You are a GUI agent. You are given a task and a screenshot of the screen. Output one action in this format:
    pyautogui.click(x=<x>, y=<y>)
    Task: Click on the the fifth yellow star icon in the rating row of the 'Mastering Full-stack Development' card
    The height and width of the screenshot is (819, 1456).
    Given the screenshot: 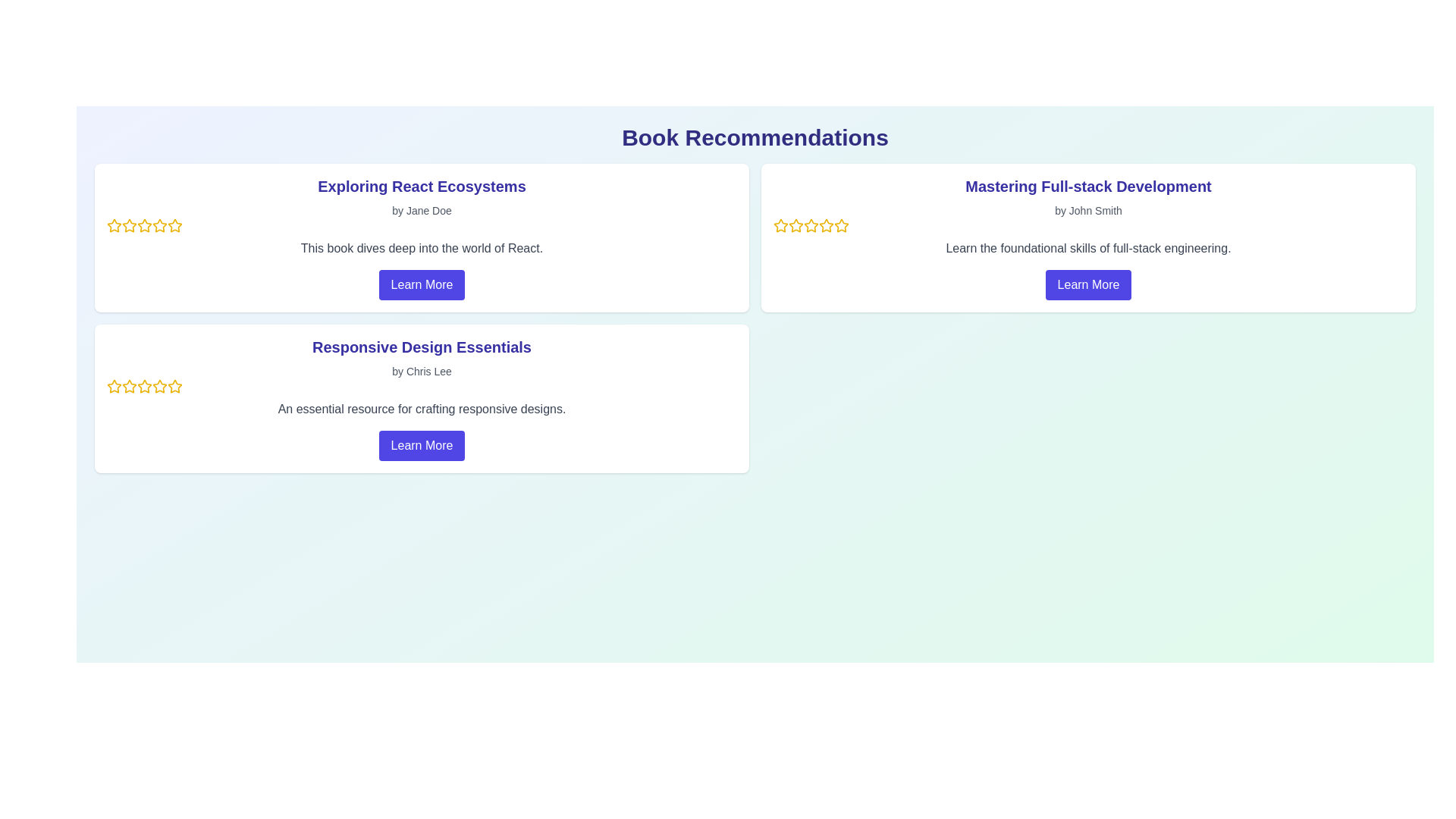 What is the action you would take?
    pyautogui.click(x=825, y=225)
    